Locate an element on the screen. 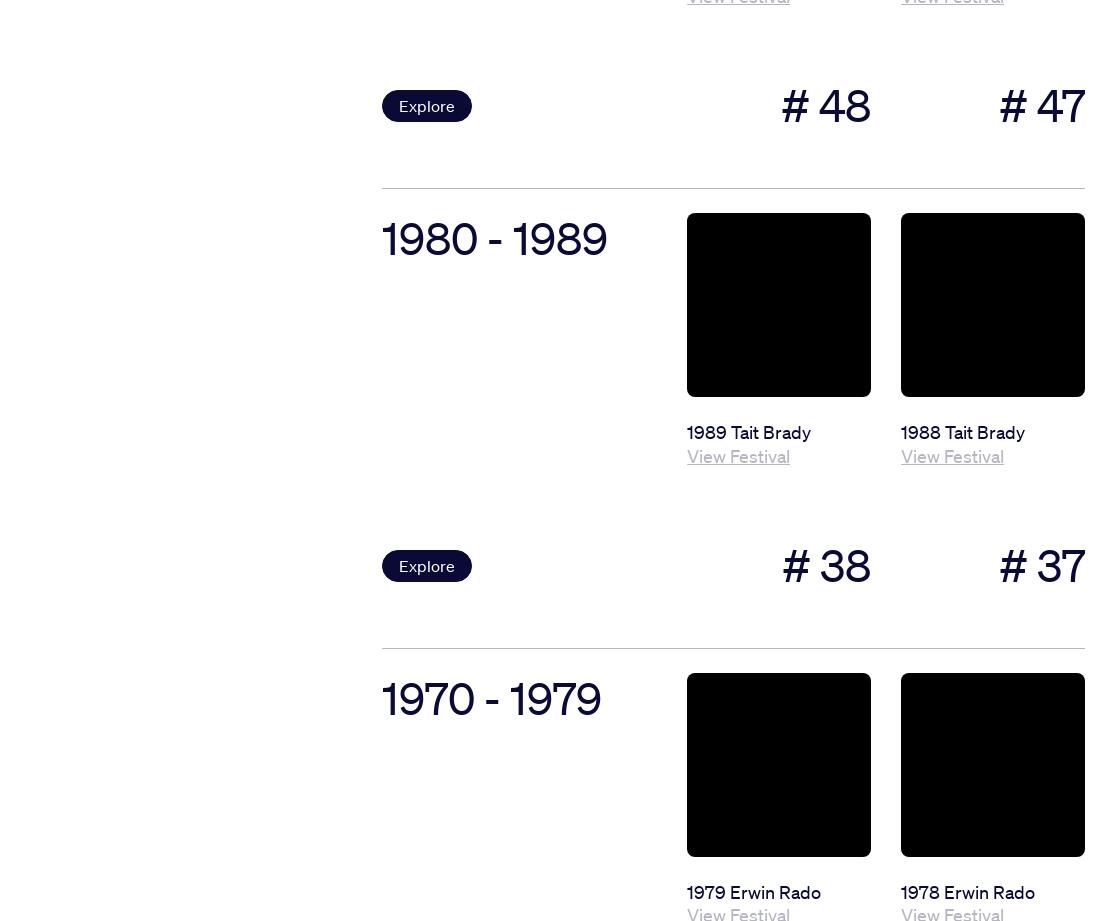 The width and height of the screenshot is (1100, 921). '1978 Erwin Rado' is located at coordinates (967, 889).